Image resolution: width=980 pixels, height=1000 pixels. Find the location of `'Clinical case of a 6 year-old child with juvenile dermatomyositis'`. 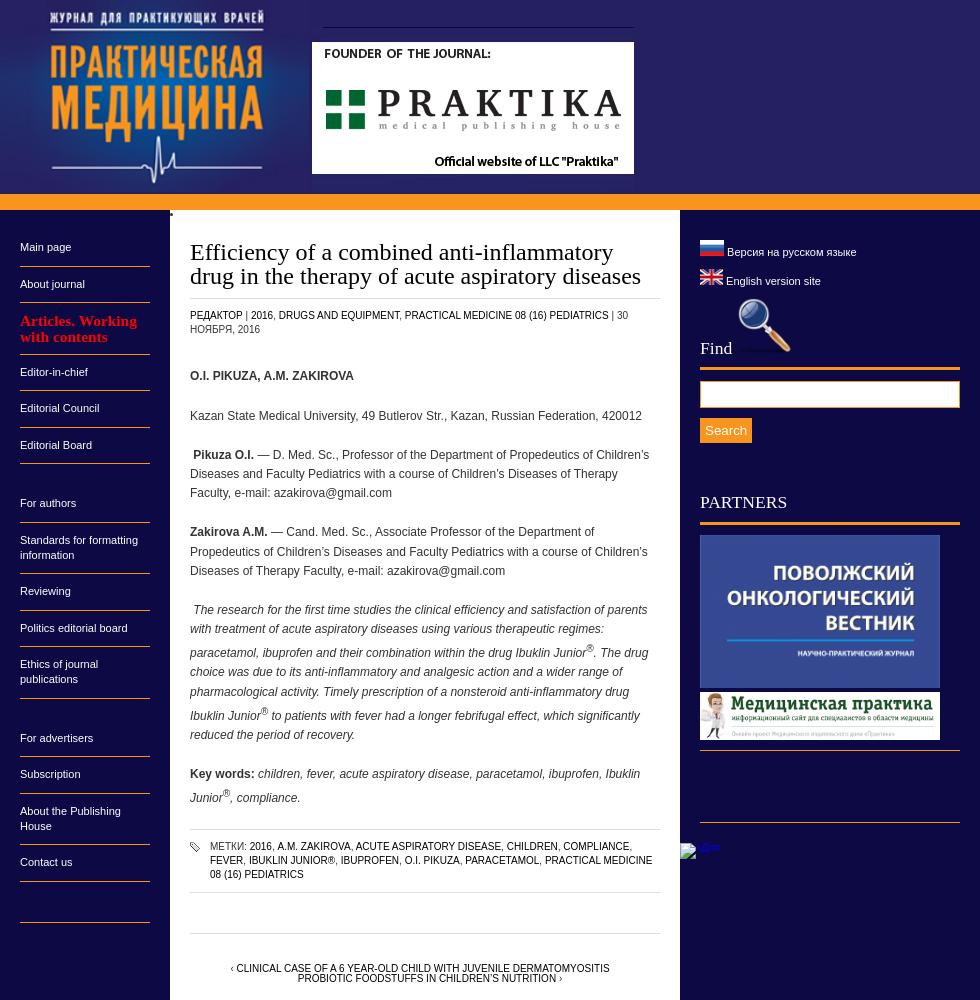

'Clinical case of a 6 year-old child with juvenile dermatomyositis' is located at coordinates (235, 966).